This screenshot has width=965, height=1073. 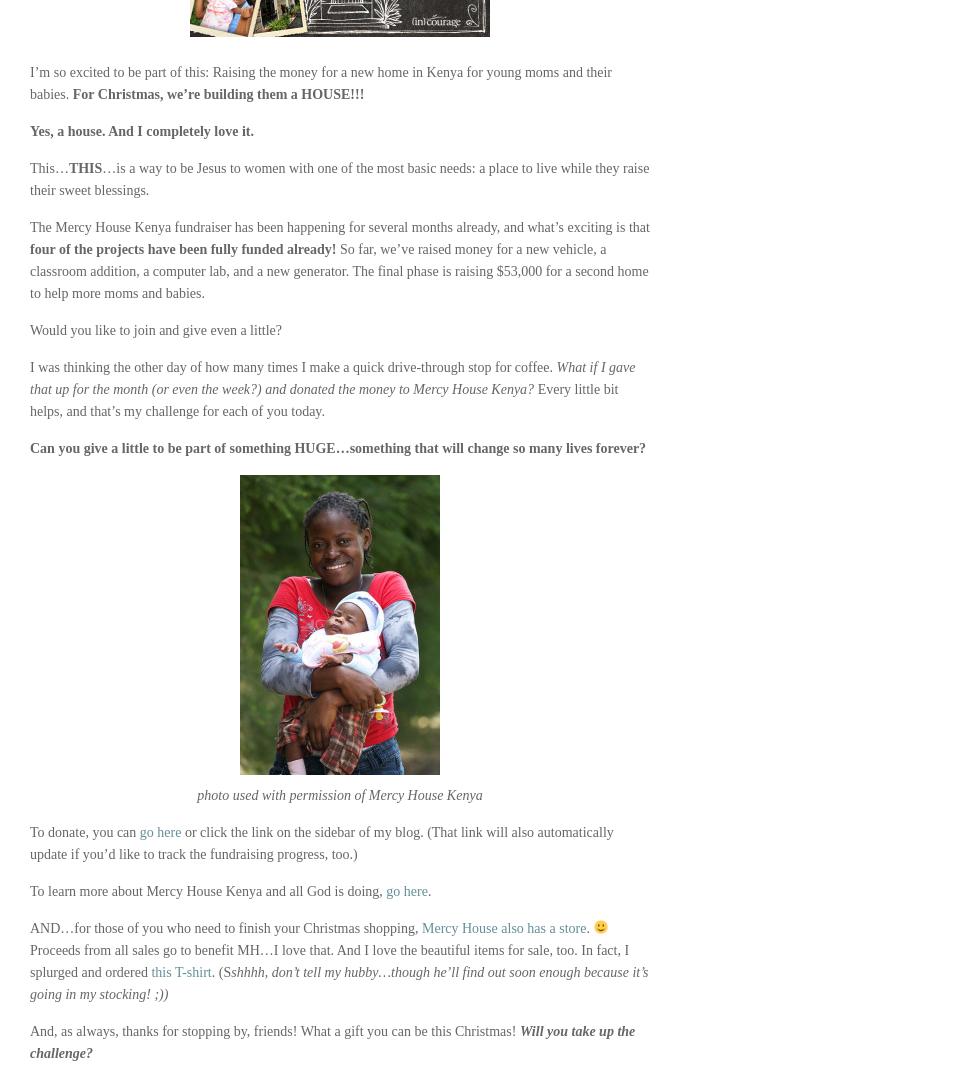 I want to click on 'Proceeds from all sales go to benefit MH…I love that. And I love the beautiful items for sale, too. In fact, I splurged and ordered', so click(x=328, y=960).